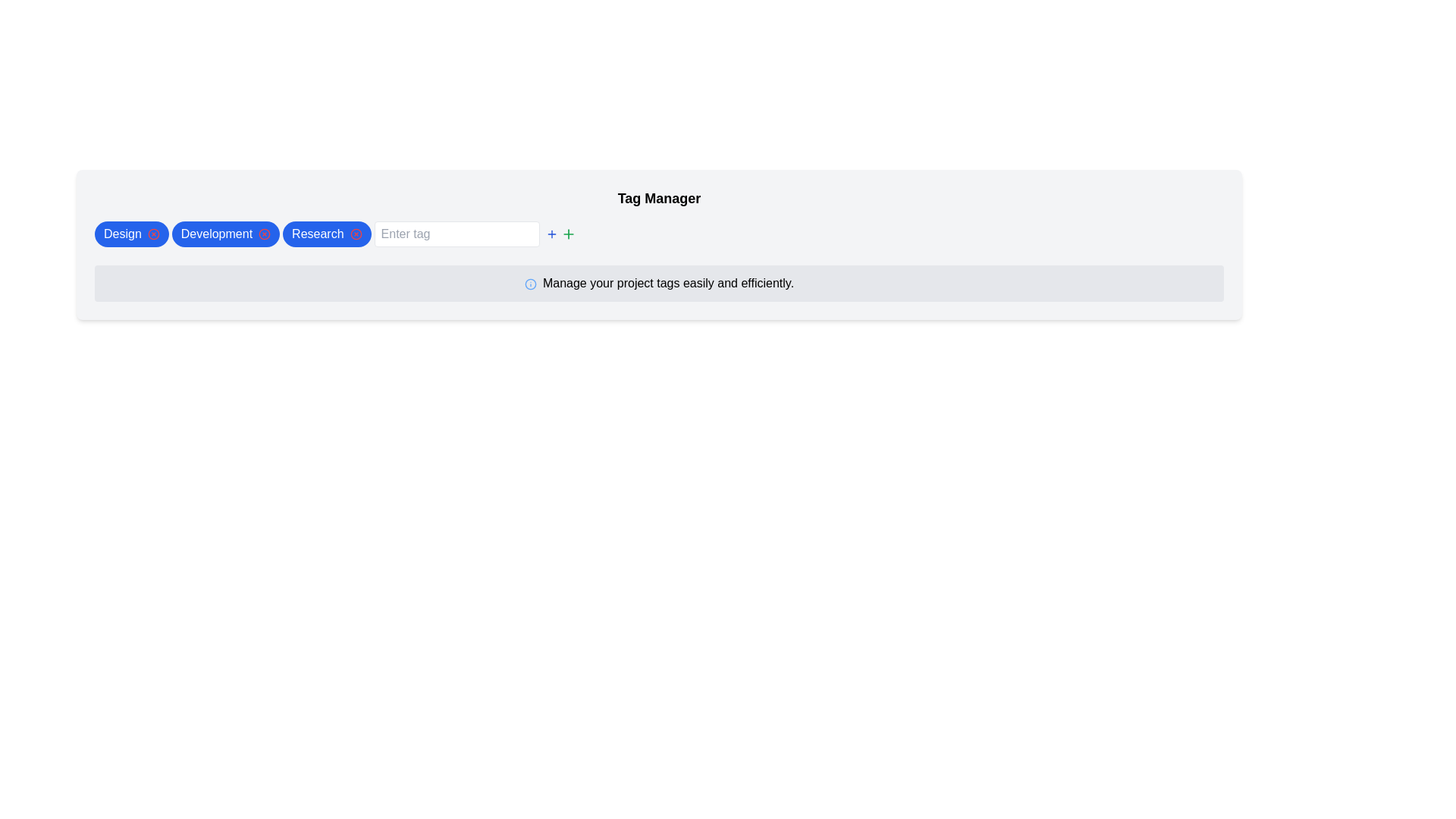  Describe the element at coordinates (567, 234) in the screenshot. I see `the button styled as an icon for adding new tags` at that location.